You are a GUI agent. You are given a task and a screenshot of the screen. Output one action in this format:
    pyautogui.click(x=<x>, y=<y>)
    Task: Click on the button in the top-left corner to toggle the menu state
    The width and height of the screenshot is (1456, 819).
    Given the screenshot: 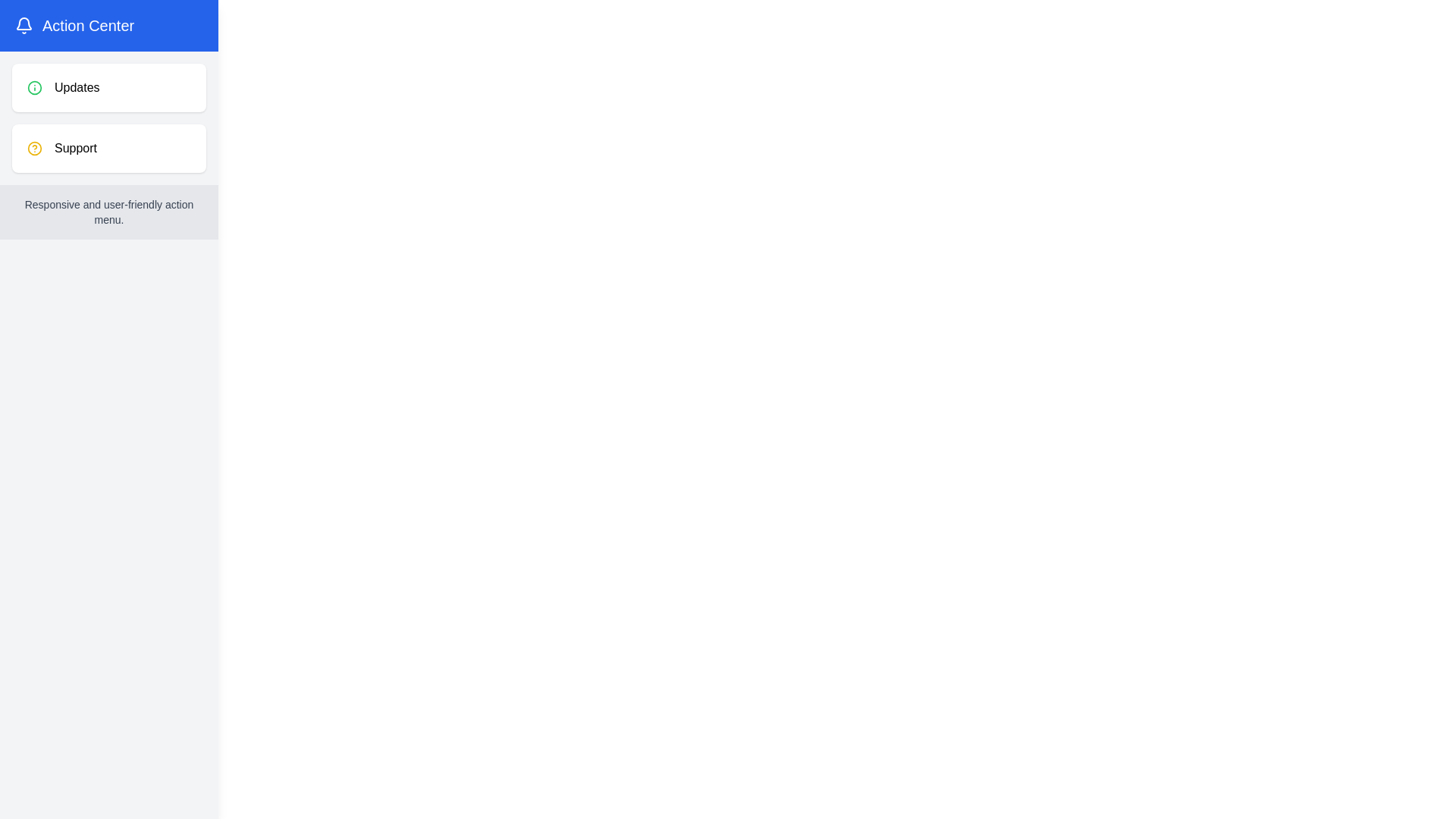 What is the action you would take?
    pyautogui.click(x=36, y=37)
    